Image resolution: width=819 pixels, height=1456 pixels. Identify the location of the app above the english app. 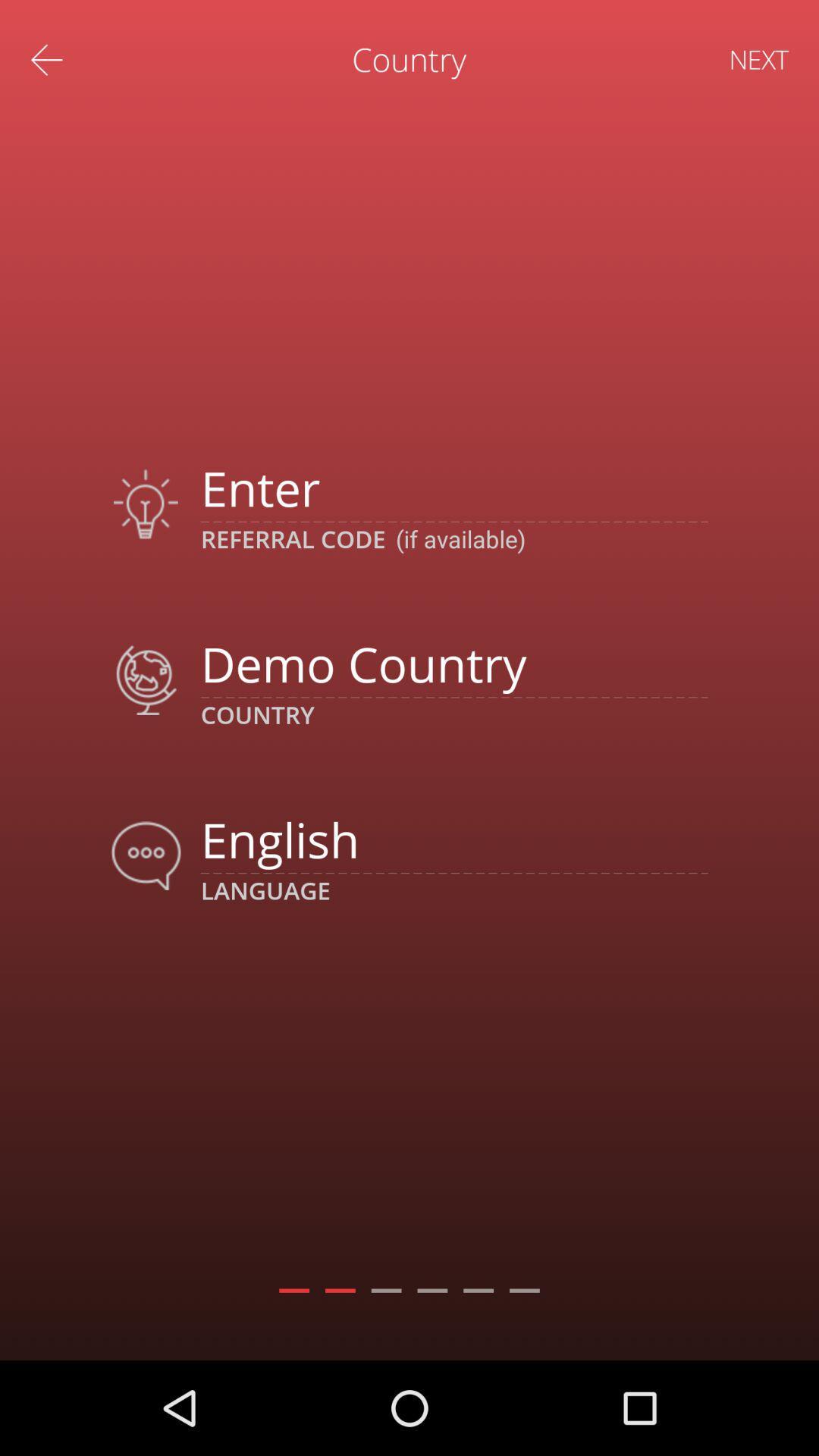
(453, 664).